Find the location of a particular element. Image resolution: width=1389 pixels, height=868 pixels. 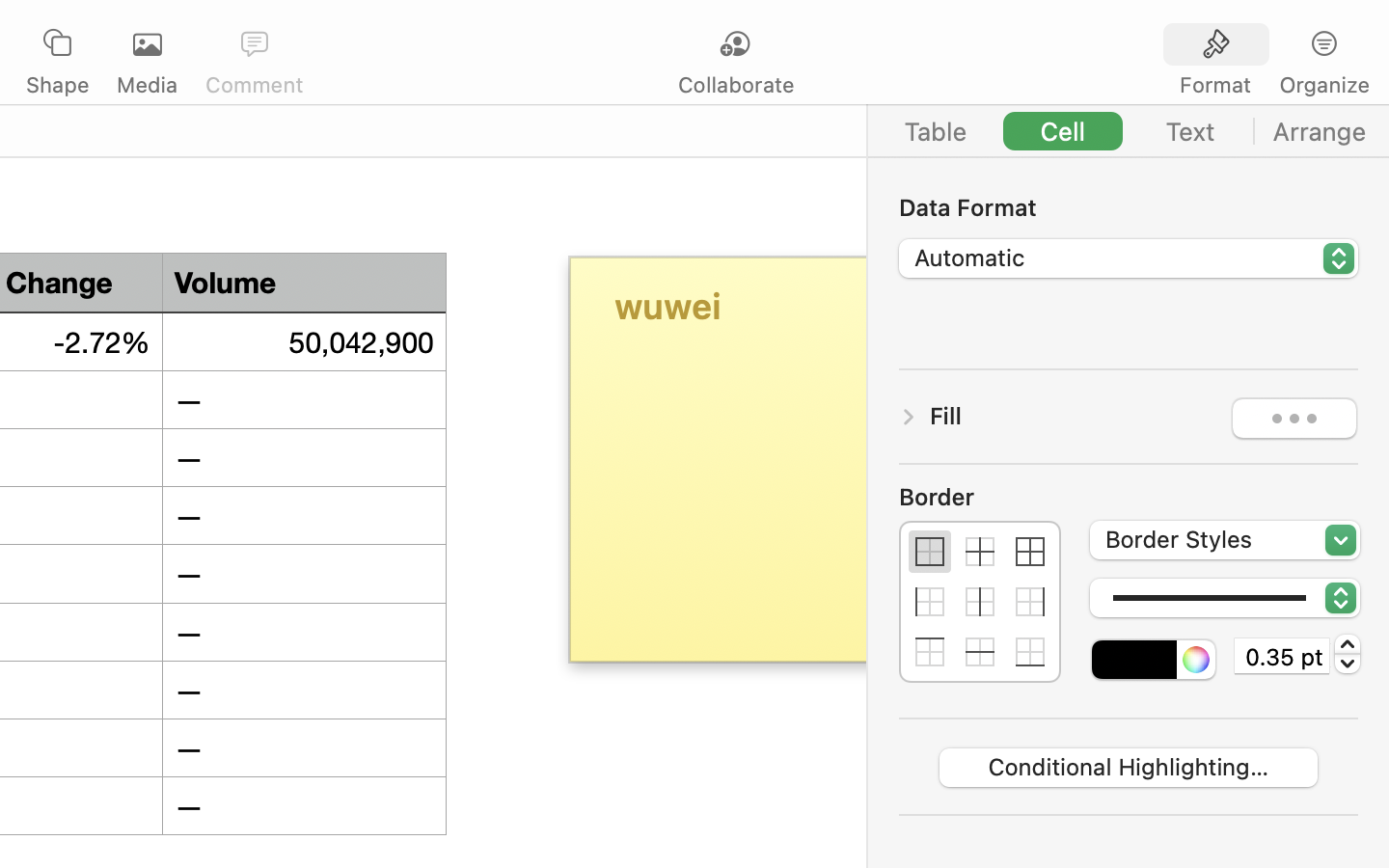

'<AXUIElement 0x155699720> {pid=1420}' is located at coordinates (1129, 130).